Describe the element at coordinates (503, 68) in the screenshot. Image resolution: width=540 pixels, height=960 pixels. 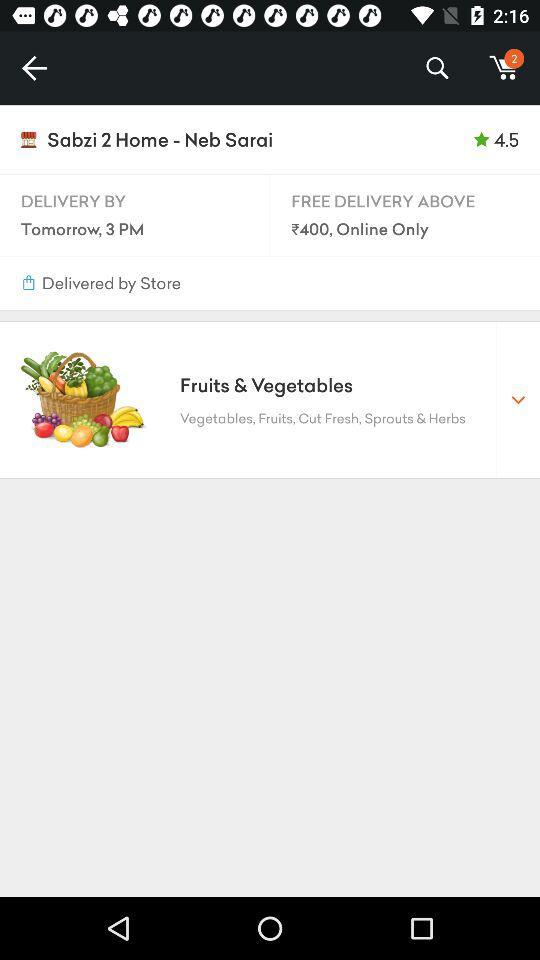
I see `icon next to the %` at that location.